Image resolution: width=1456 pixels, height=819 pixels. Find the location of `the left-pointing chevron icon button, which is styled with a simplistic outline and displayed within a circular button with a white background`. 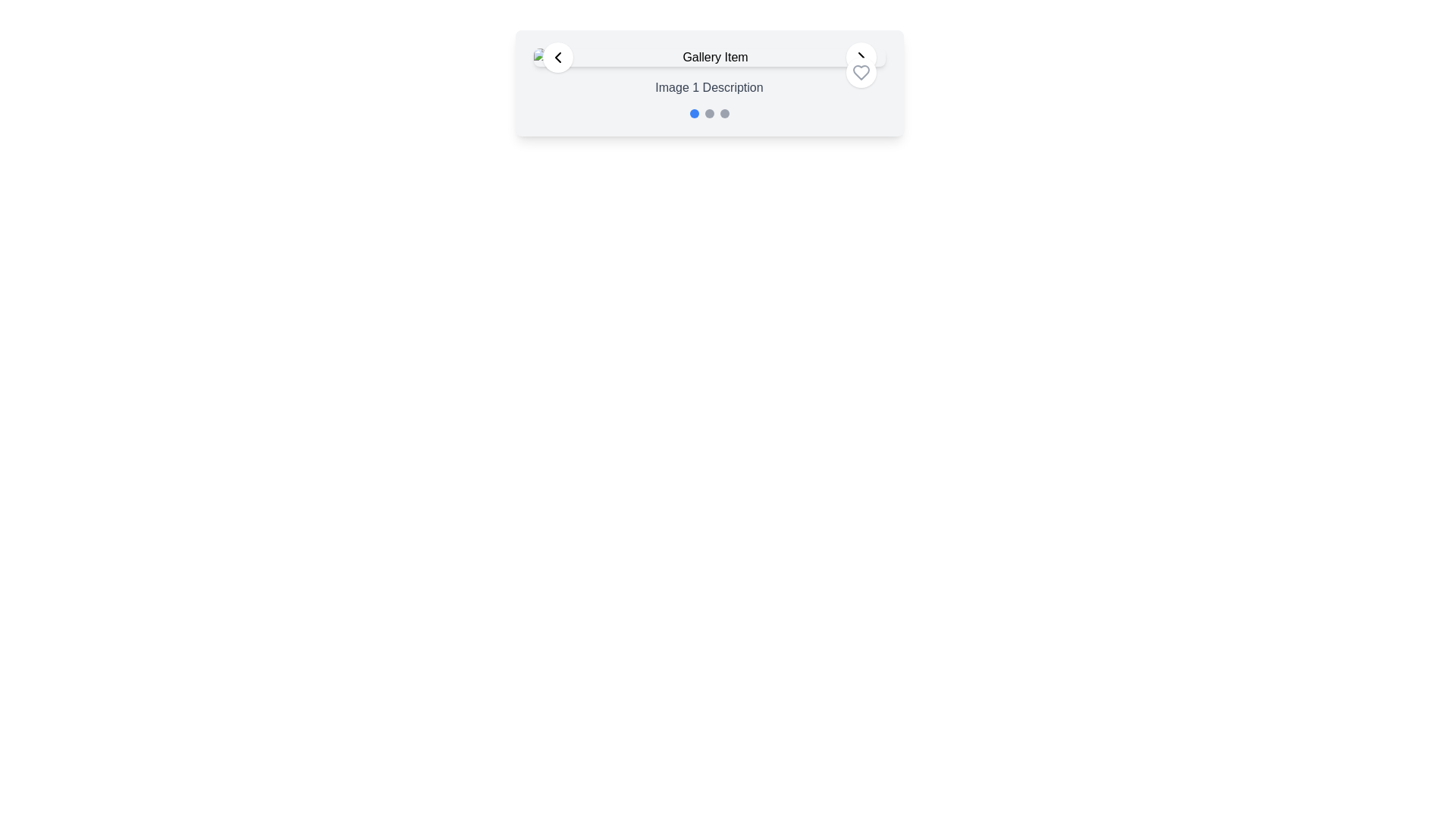

the left-pointing chevron icon button, which is styled with a simplistic outline and displayed within a circular button with a white background is located at coordinates (557, 57).